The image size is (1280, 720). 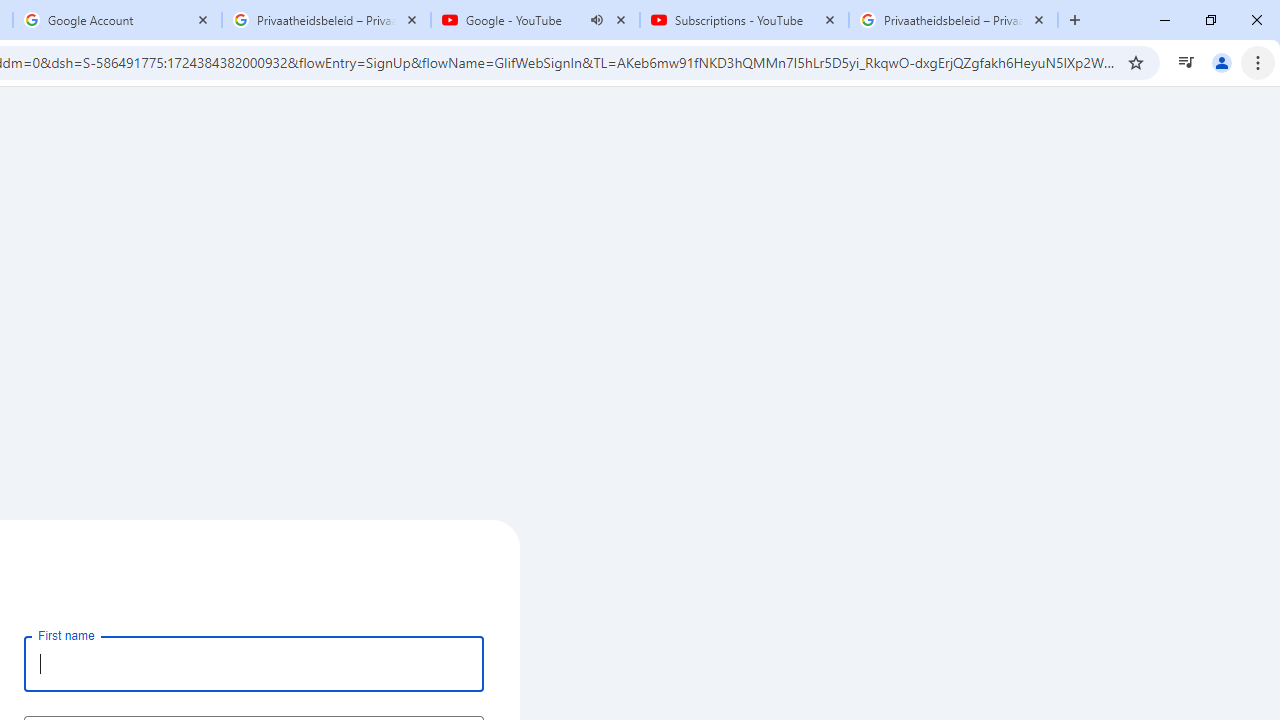 What do you see at coordinates (1185, 61) in the screenshot?
I see `'Control your music, videos, and more'` at bounding box center [1185, 61].